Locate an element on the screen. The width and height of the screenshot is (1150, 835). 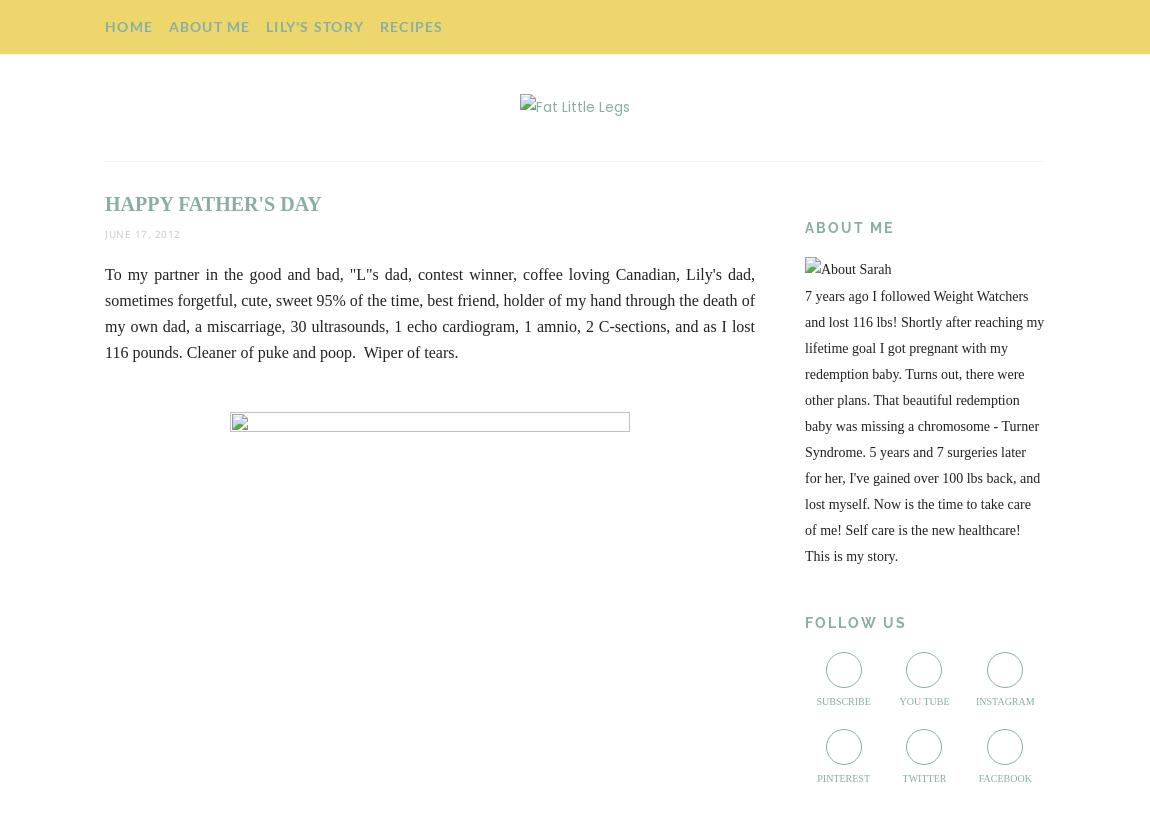
'June 17, 2012' is located at coordinates (141, 232).